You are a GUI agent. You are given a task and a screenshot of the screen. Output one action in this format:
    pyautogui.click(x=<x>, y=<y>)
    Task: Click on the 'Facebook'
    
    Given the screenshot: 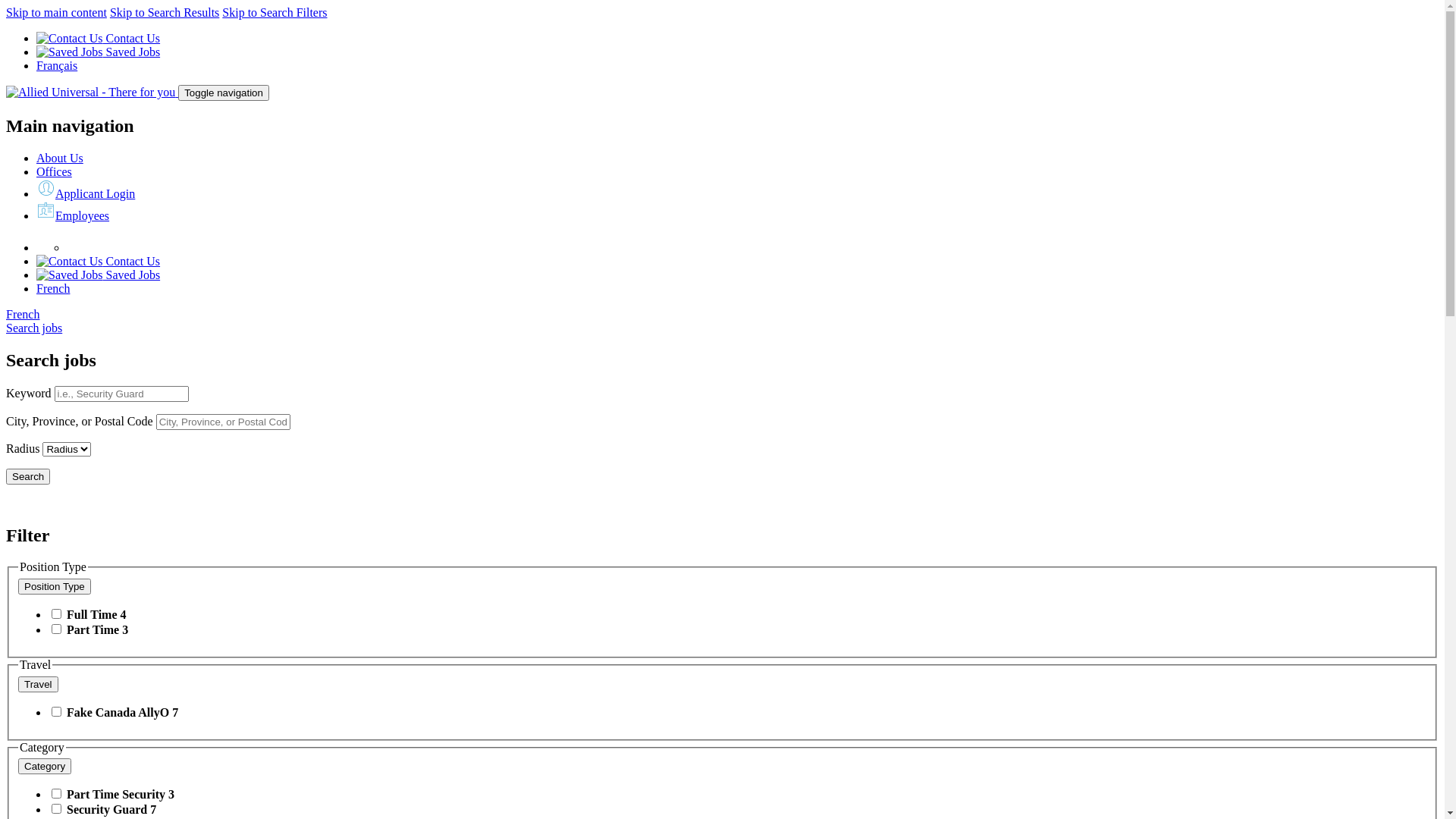 What is the action you would take?
    pyautogui.click(x=74, y=246)
    